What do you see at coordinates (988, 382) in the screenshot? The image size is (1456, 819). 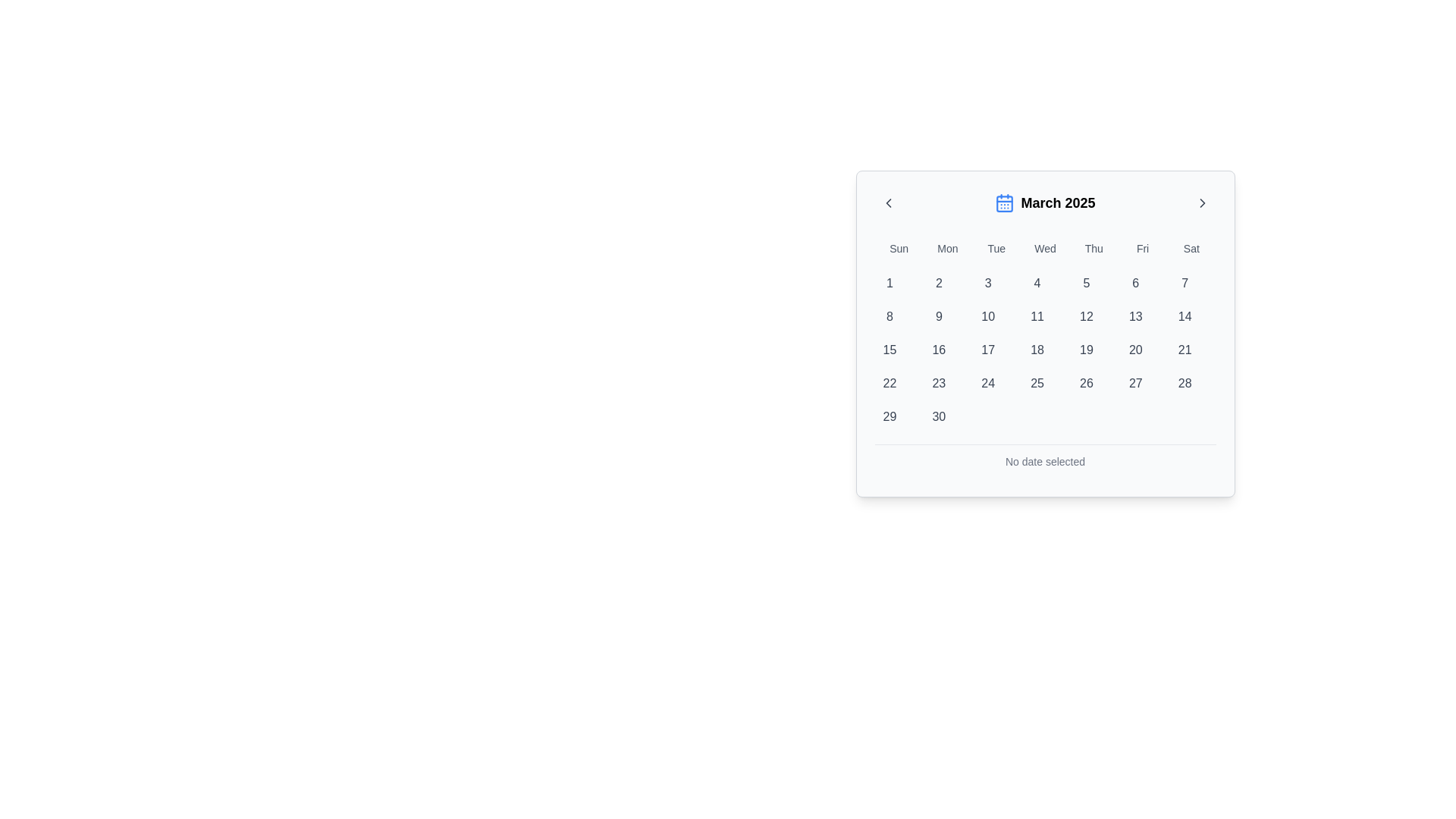 I see `the circular button displaying '24' in the calendar grid for March 2025, located in the sixth row and third column` at bounding box center [988, 382].